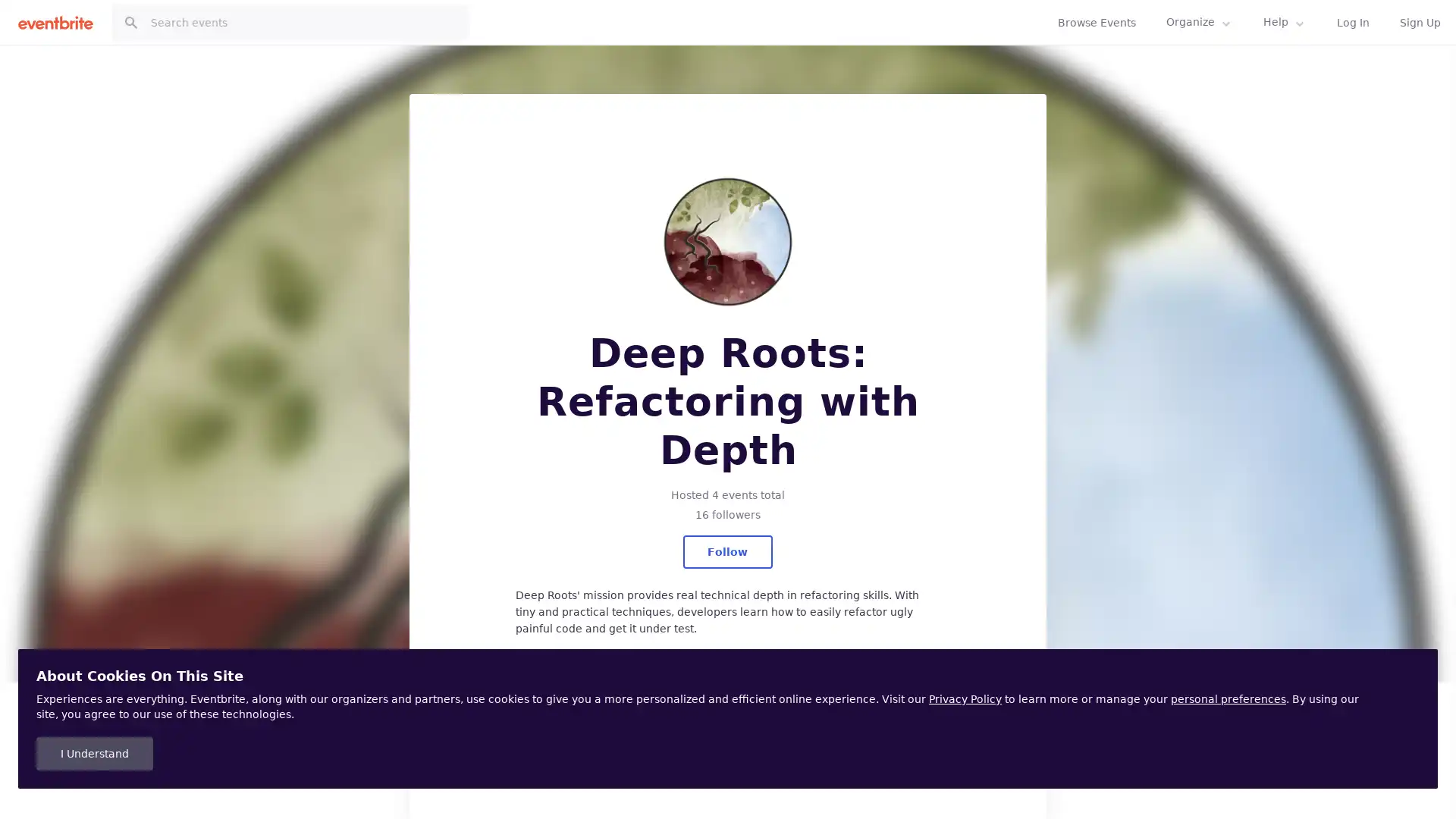 The height and width of the screenshot is (819, 1456). I want to click on Contact the organizer, so click(726, 728).